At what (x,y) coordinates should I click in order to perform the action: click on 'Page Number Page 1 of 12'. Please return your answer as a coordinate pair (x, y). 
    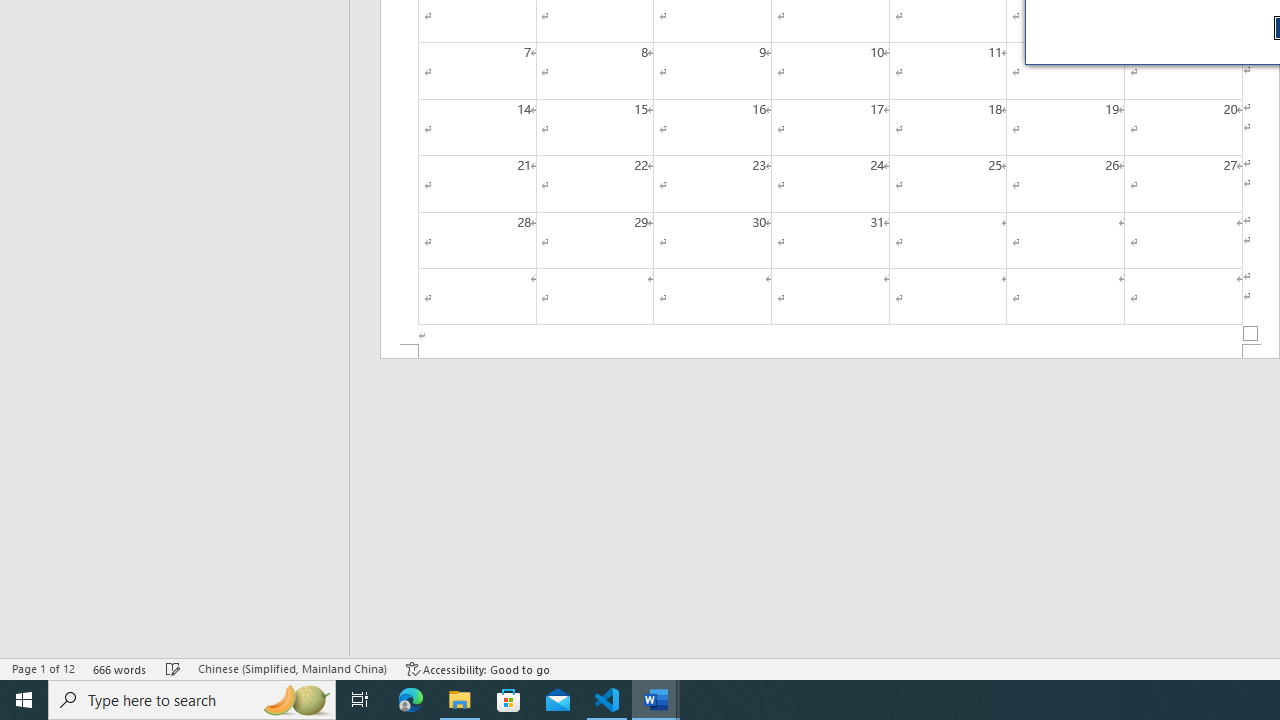
    Looking at the image, I should click on (43, 669).